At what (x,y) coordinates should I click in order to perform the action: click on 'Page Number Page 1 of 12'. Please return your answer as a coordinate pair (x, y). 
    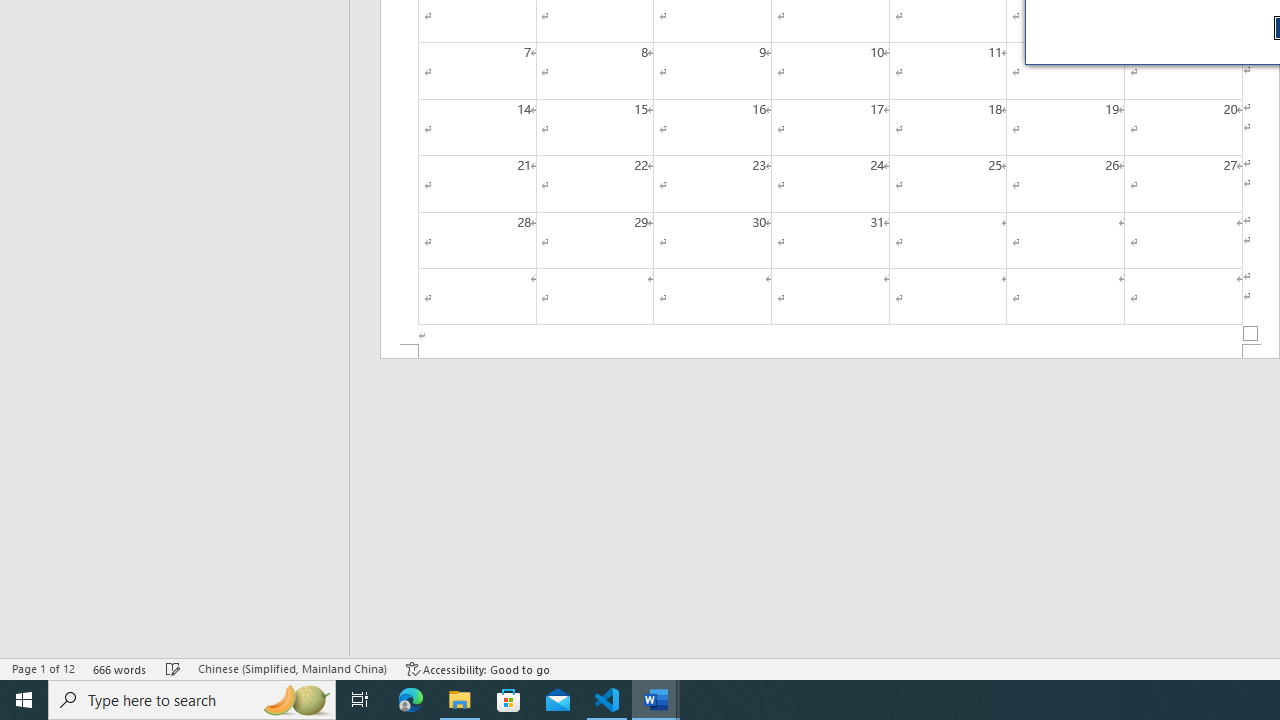
    Looking at the image, I should click on (43, 669).